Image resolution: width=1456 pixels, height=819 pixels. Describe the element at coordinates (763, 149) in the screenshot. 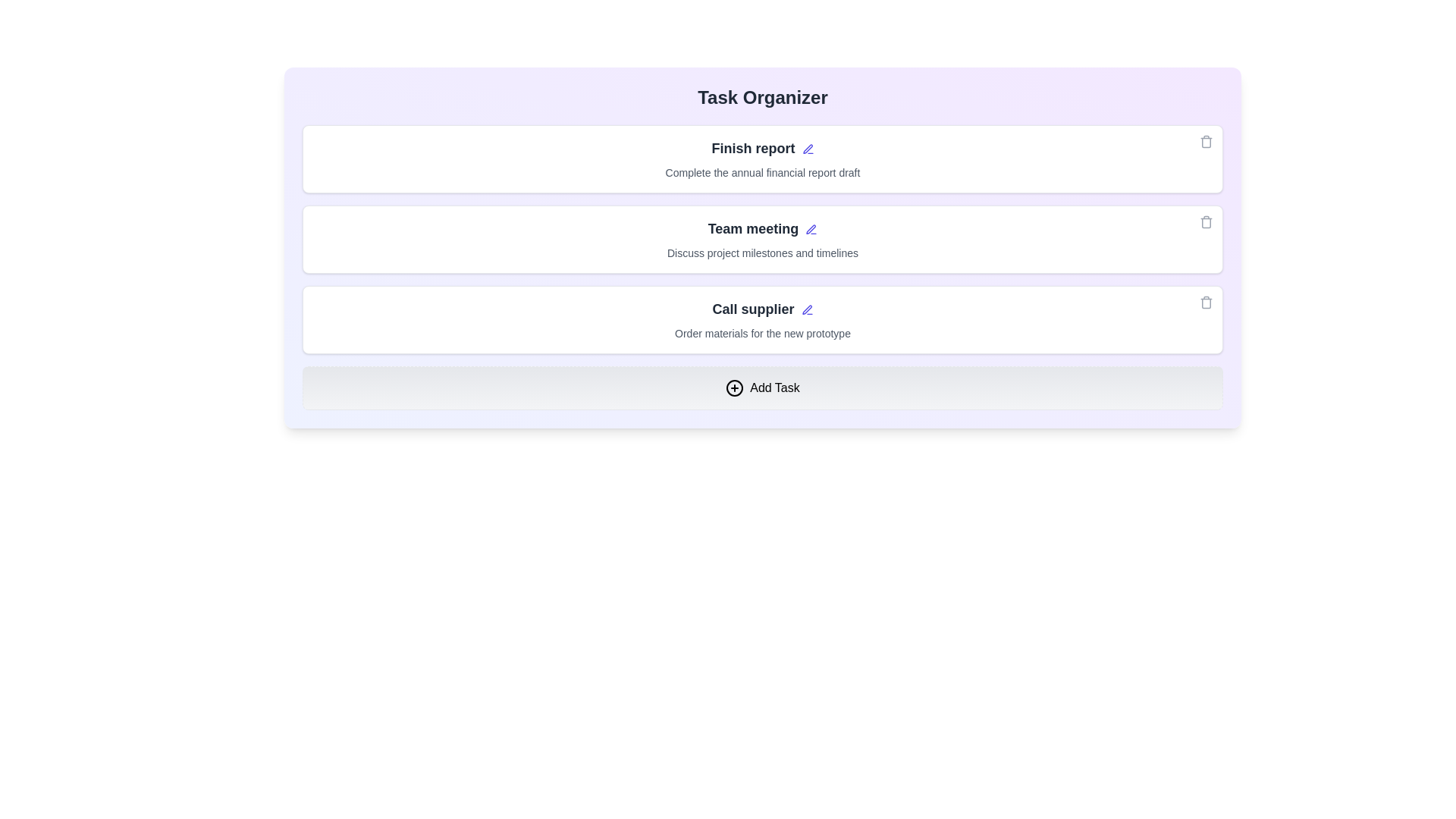

I see `the text of a task to select it for further actions` at that location.